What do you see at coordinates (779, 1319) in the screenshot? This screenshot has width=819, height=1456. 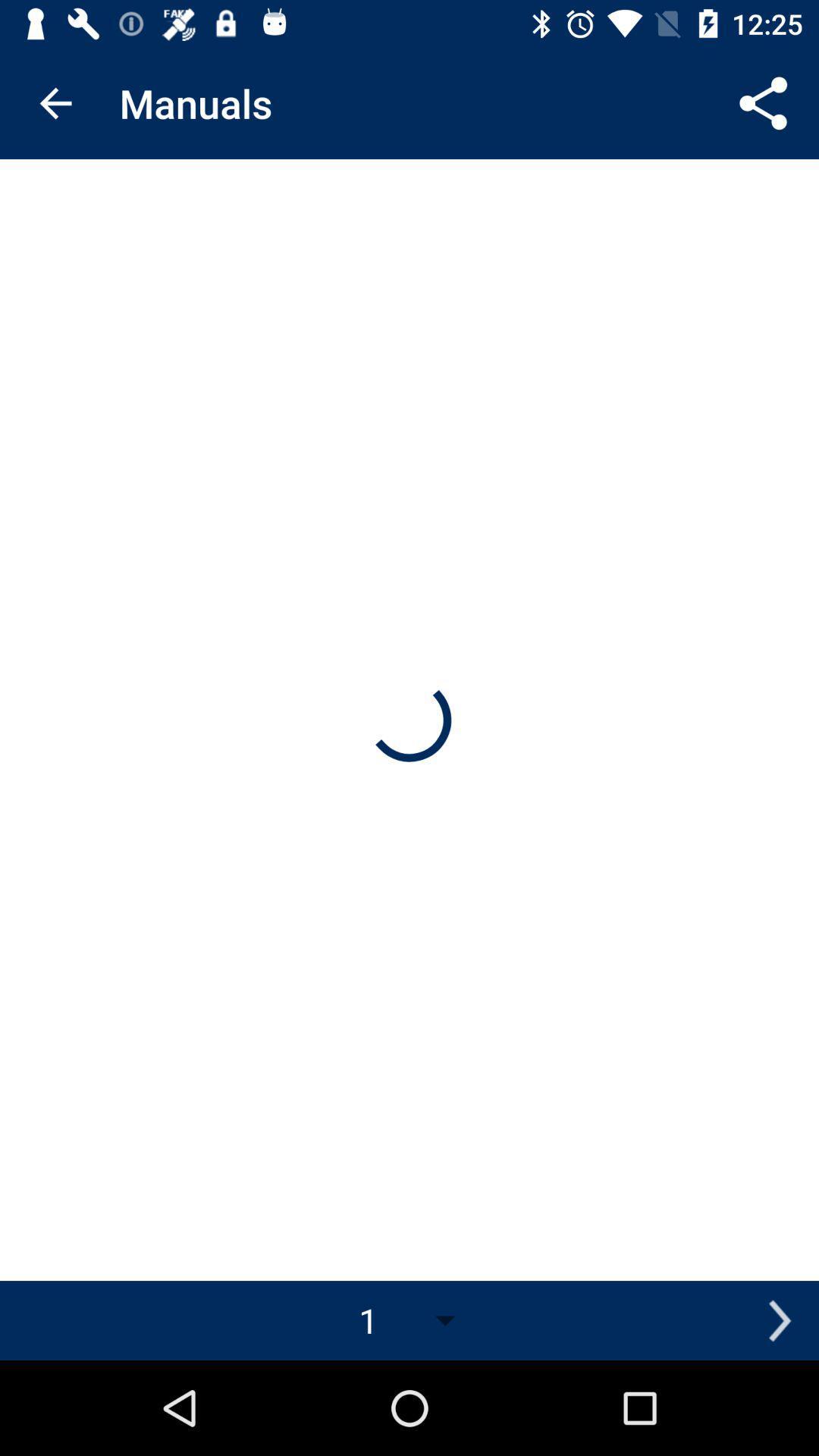 I see `skip ahead` at bounding box center [779, 1319].